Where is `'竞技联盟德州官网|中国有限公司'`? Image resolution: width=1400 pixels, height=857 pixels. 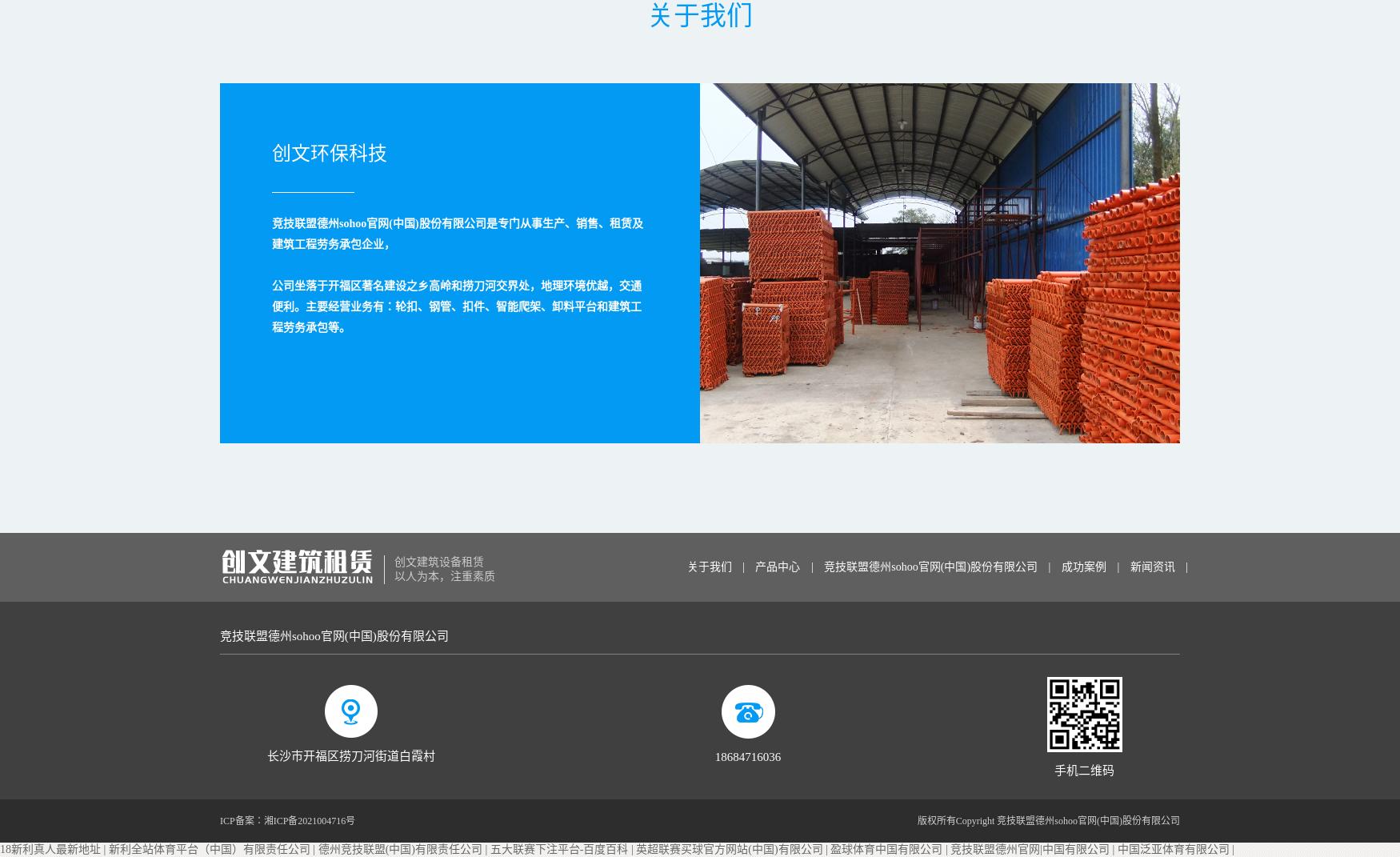 '竞技联盟德州官网|中国有限公司' is located at coordinates (1029, 849).